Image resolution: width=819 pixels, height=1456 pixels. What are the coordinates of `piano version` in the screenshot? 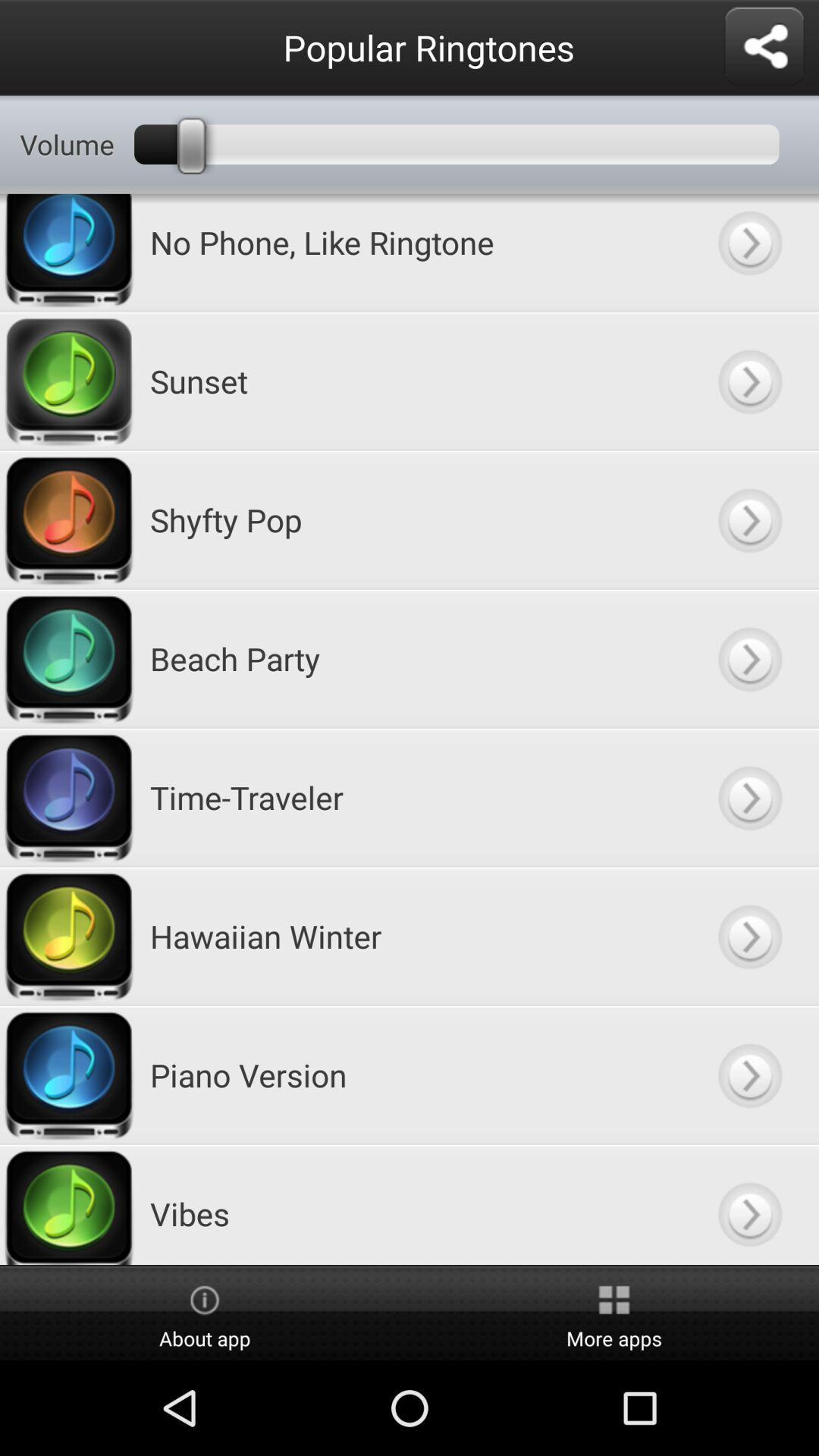 It's located at (748, 1074).